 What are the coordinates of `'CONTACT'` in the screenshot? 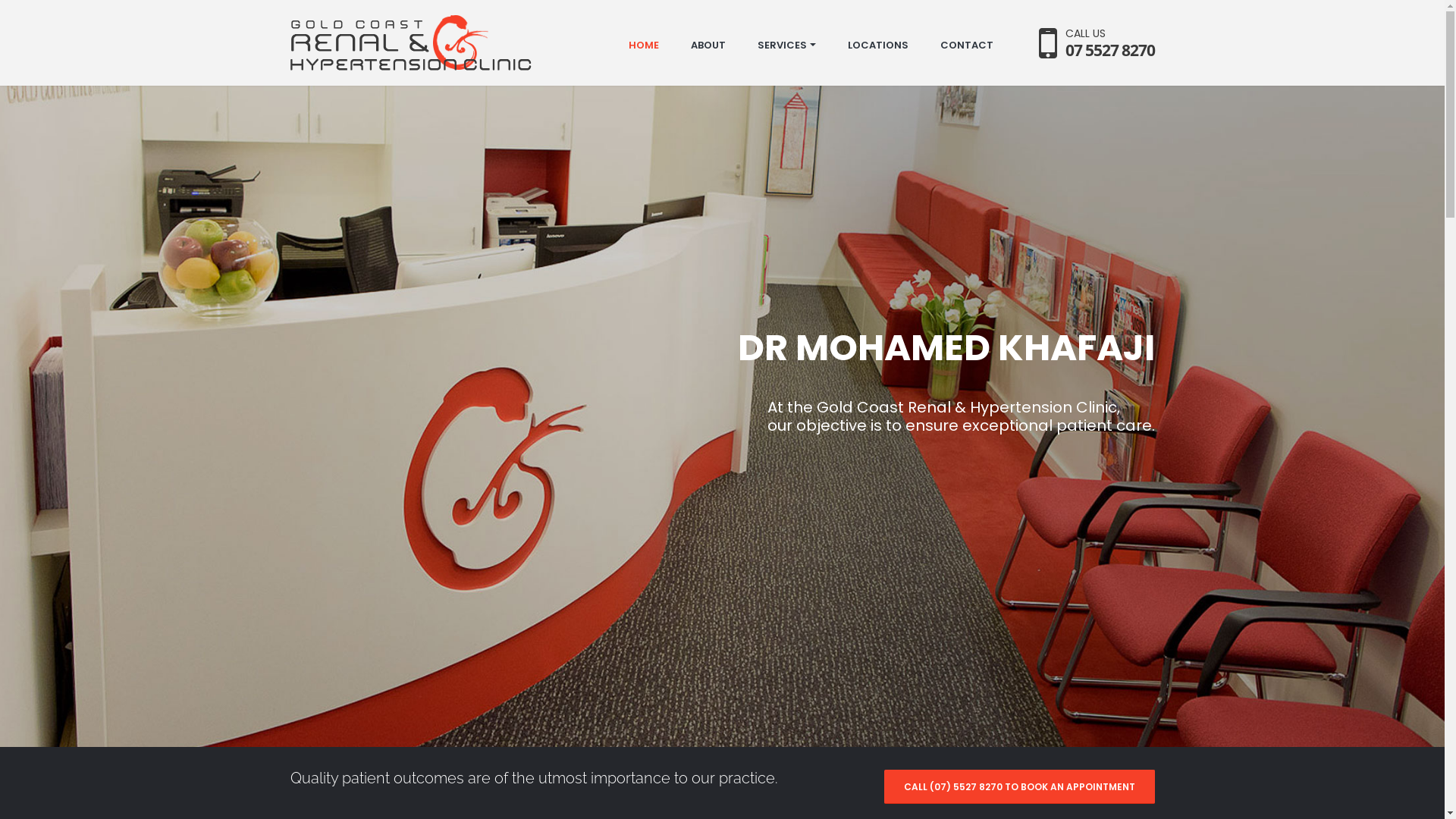 It's located at (966, 45).